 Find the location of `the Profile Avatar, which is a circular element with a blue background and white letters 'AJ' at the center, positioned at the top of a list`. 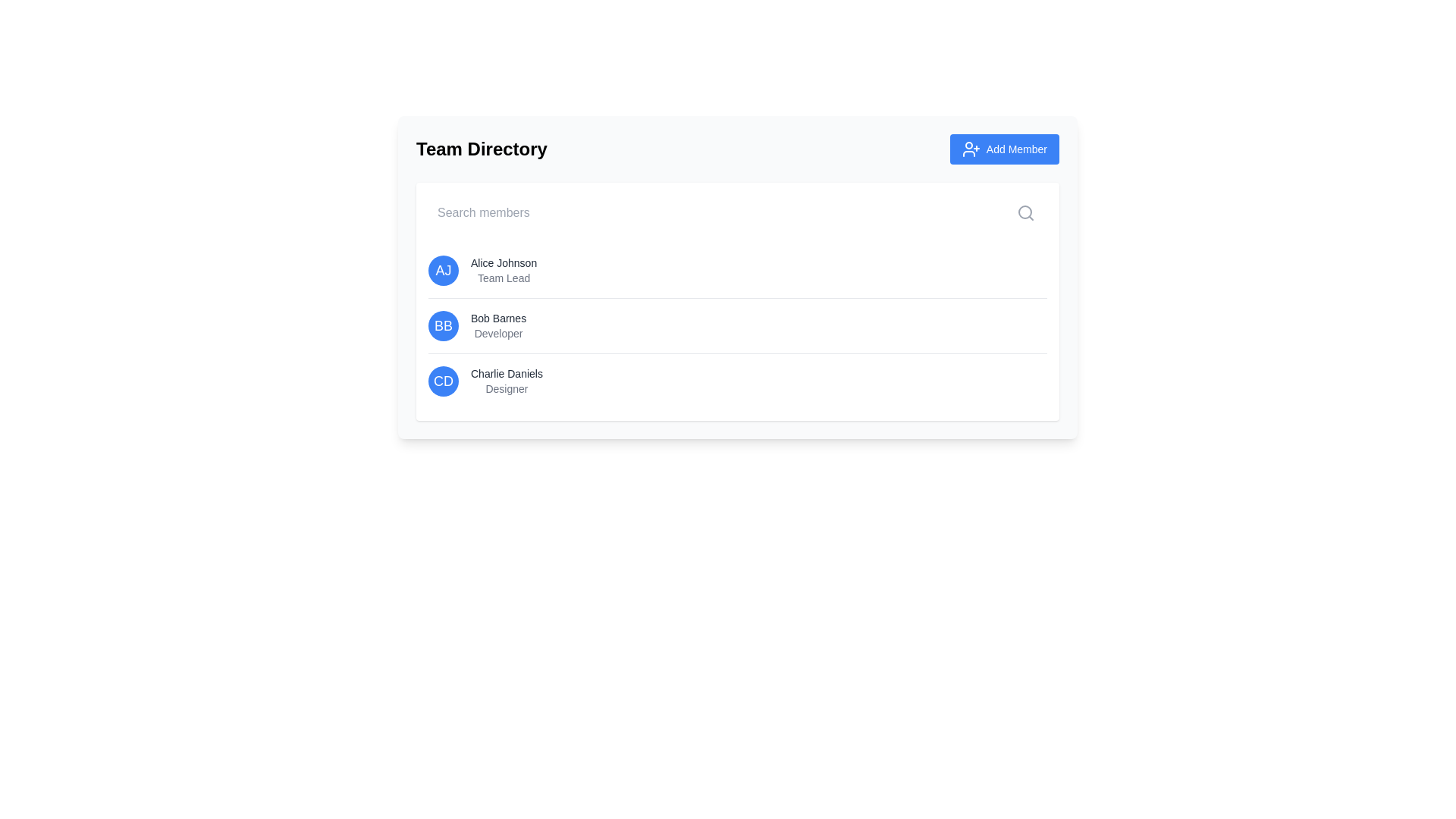

the Profile Avatar, which is a circular element with a blue background and white letters 'AJ' at the center, positioned at the top of a list is located at coordinates (443, 270).